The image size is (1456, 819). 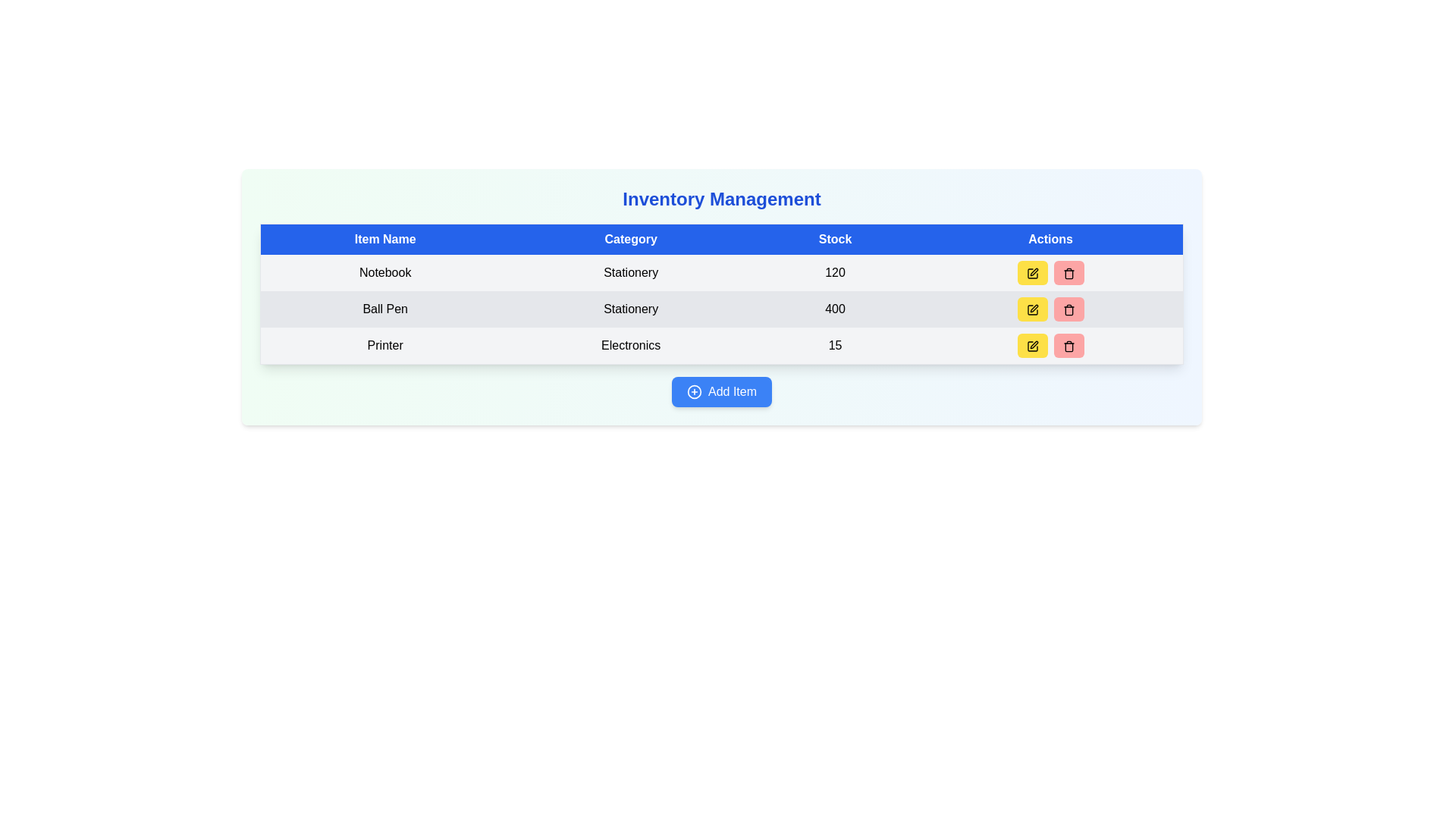 What do you see at coordinates (1033, 344) in the screenshot?
I see `the icon-based button resembling a pen or pencil in the 'Actions' column of the third row for the 'Printer' item` at bounding box center [1033, 344].